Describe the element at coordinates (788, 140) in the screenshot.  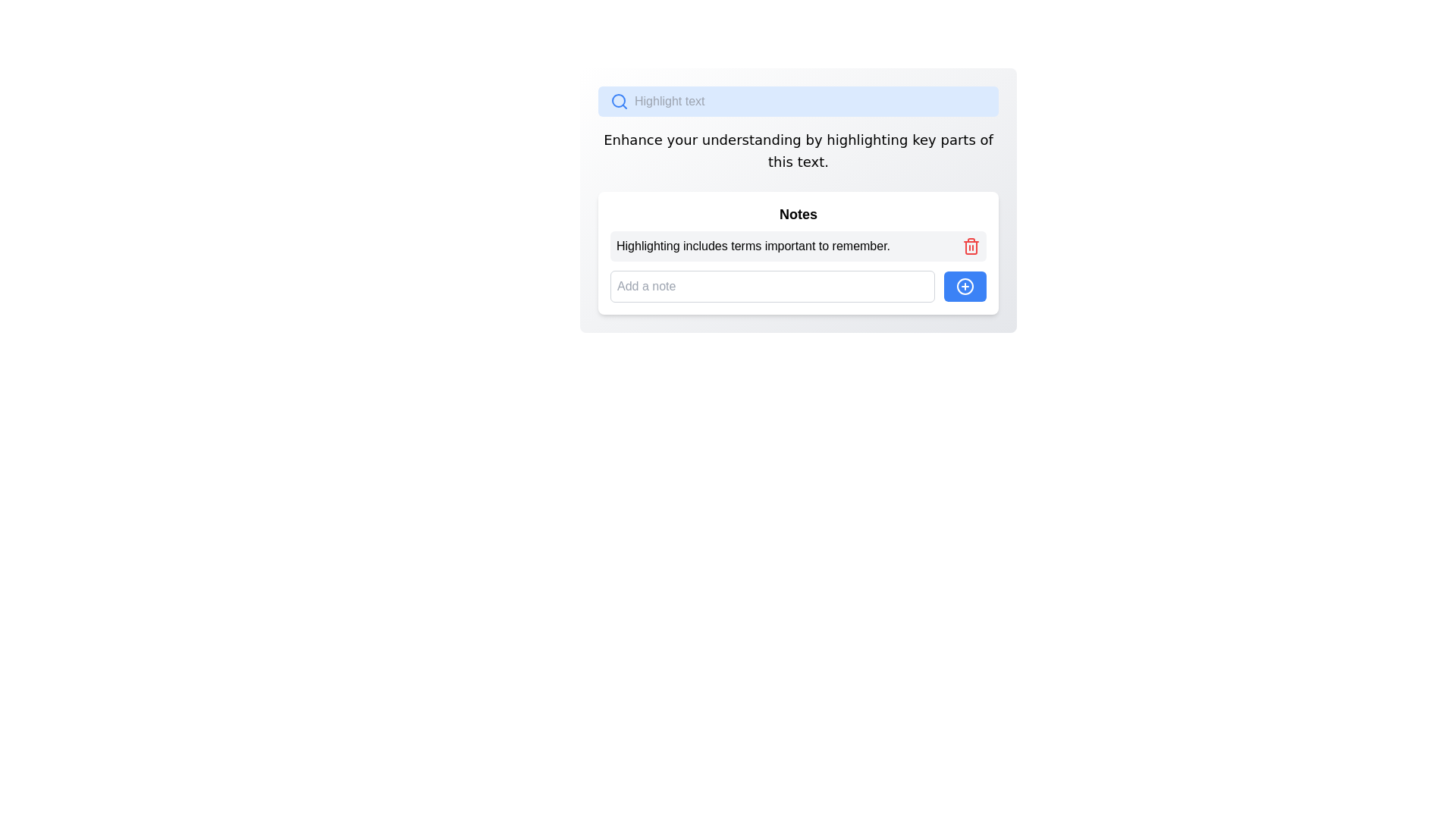
I see `the letter 'n' in the word 'understanding', which is centrally positioned below the search bar and above the notes section` at that location.